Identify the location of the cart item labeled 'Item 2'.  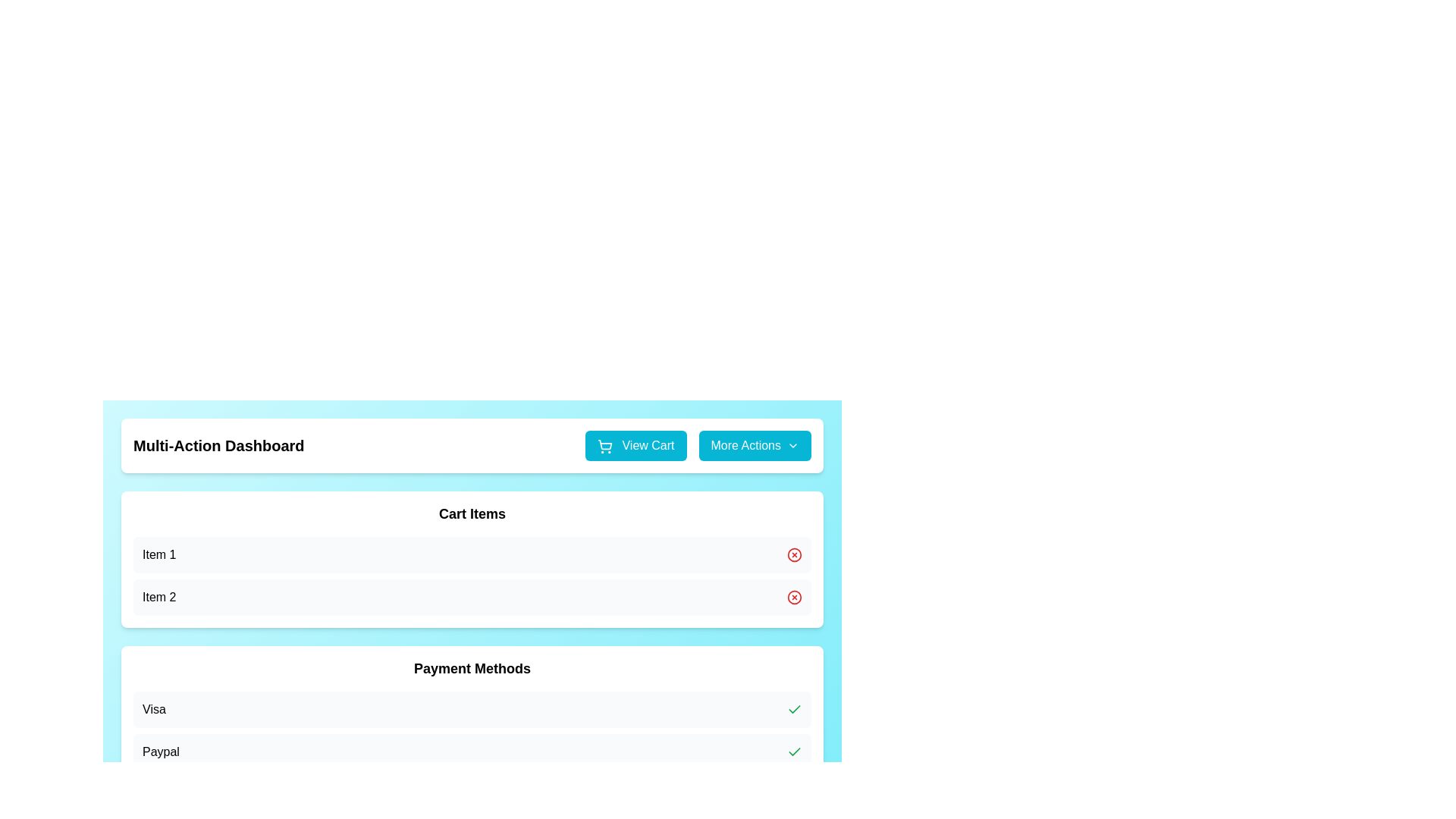
(472, 596).